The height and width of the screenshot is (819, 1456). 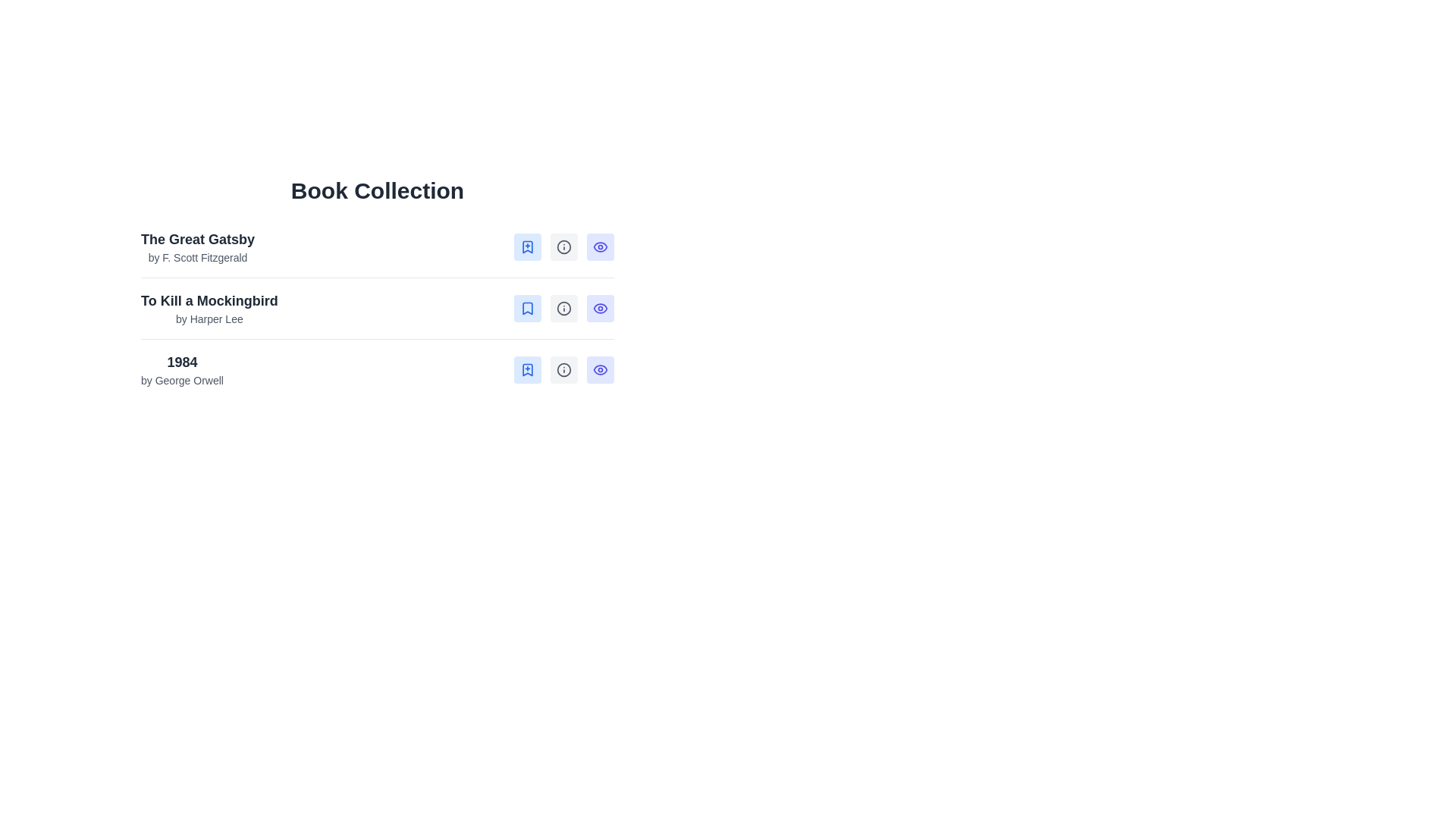 I want to click on the static text heading that introduces the book collection, located at the top-center of the visible content, so click(x=378, y=190).